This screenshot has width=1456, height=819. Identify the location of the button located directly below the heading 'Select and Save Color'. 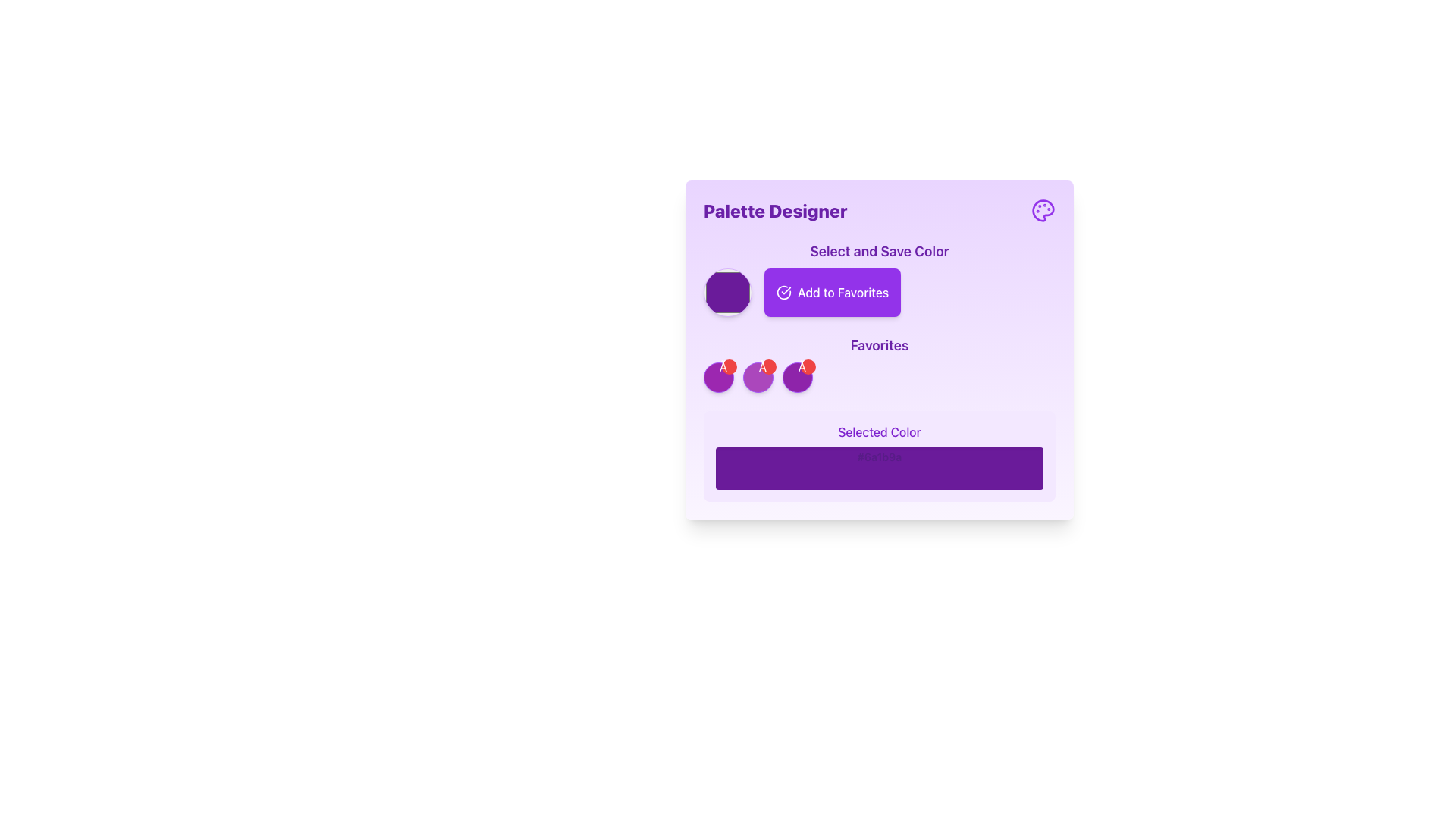
(880, 292).